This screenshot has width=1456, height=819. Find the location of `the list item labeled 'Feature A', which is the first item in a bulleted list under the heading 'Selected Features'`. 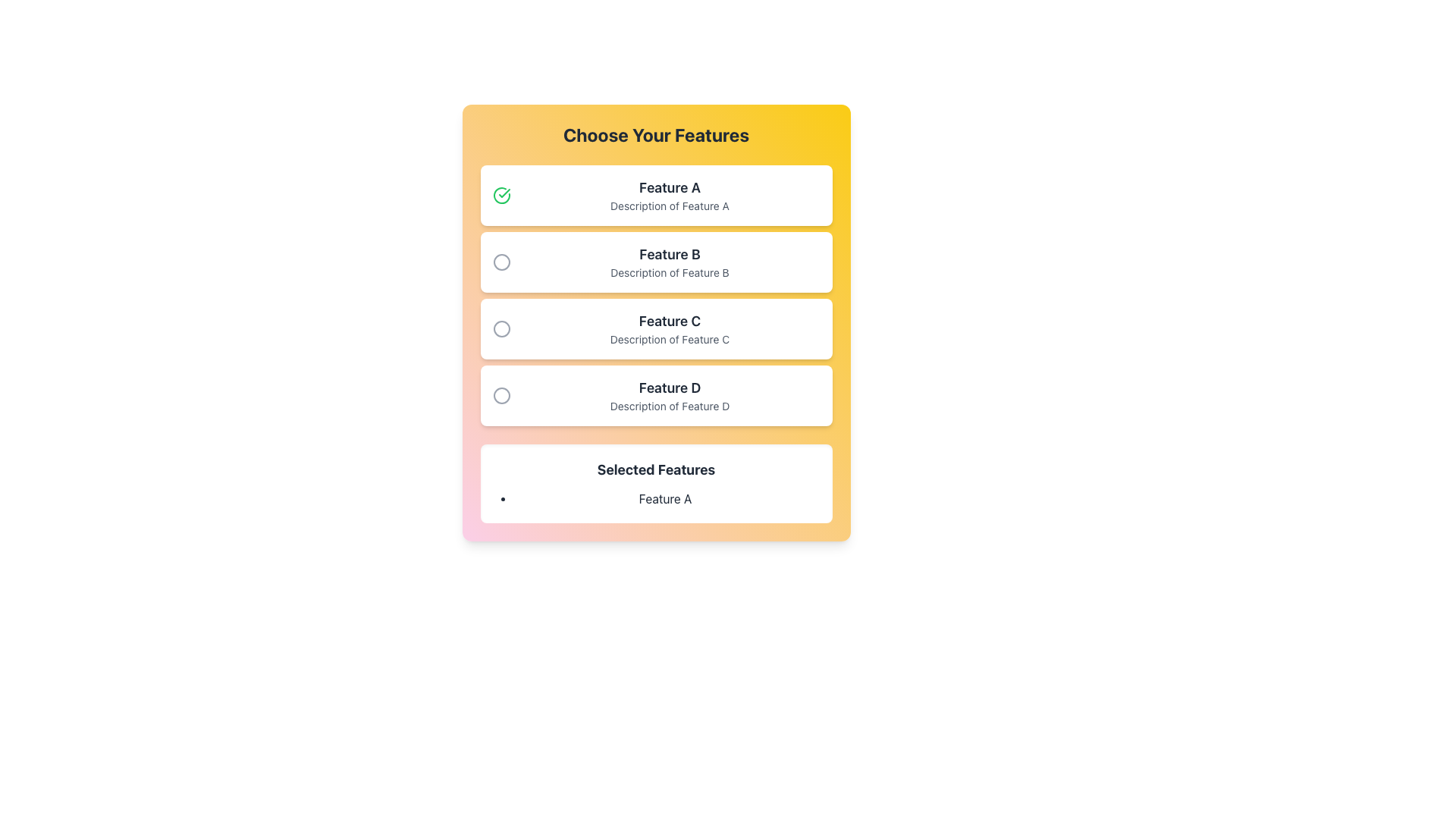

the list item labeled 'Feature A', which is the first item in a bulleted list under the heading 'Selected Features' is located at coordinates (656, 499).